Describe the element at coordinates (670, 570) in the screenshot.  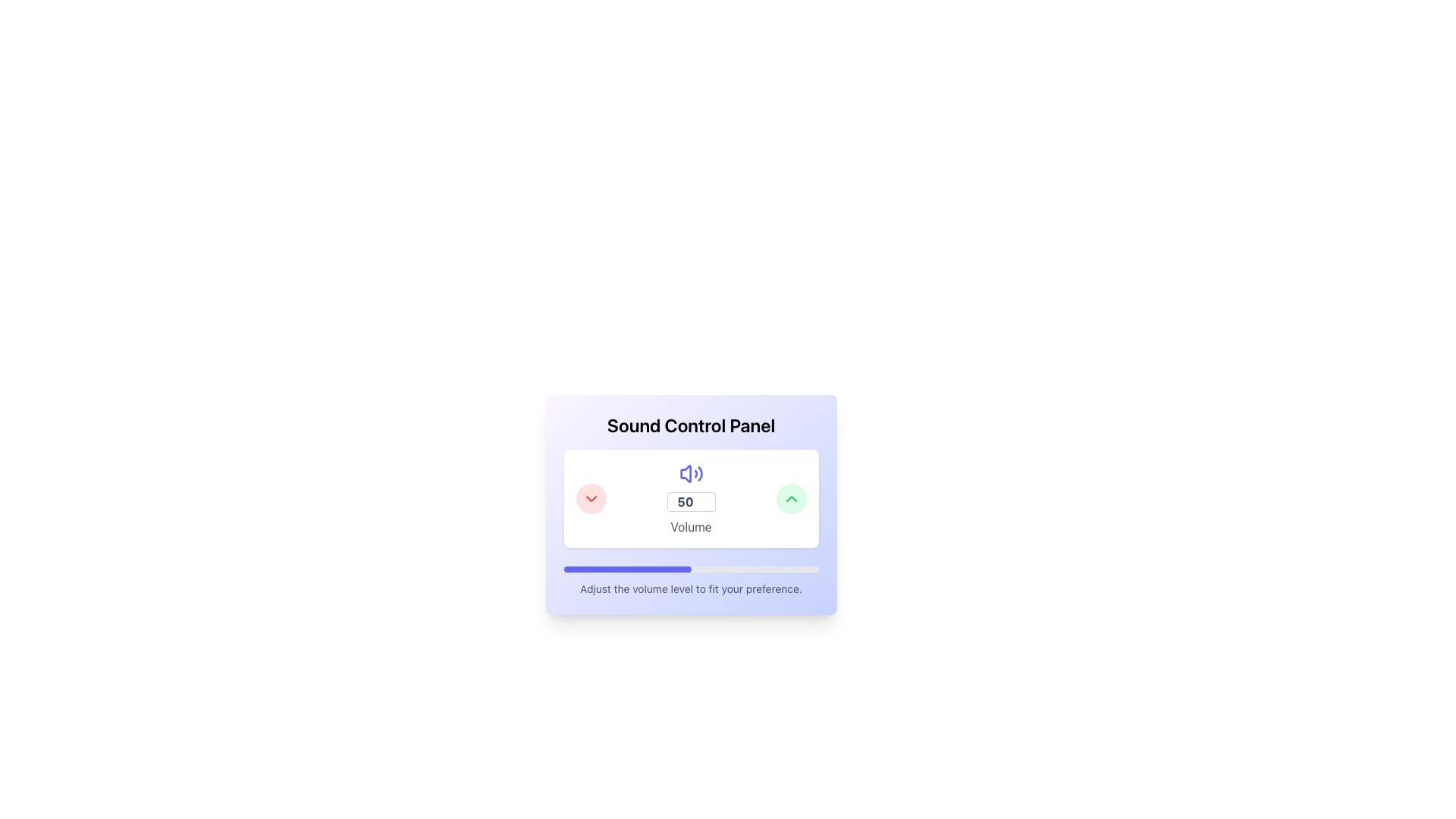
I see `the volume` at that location.